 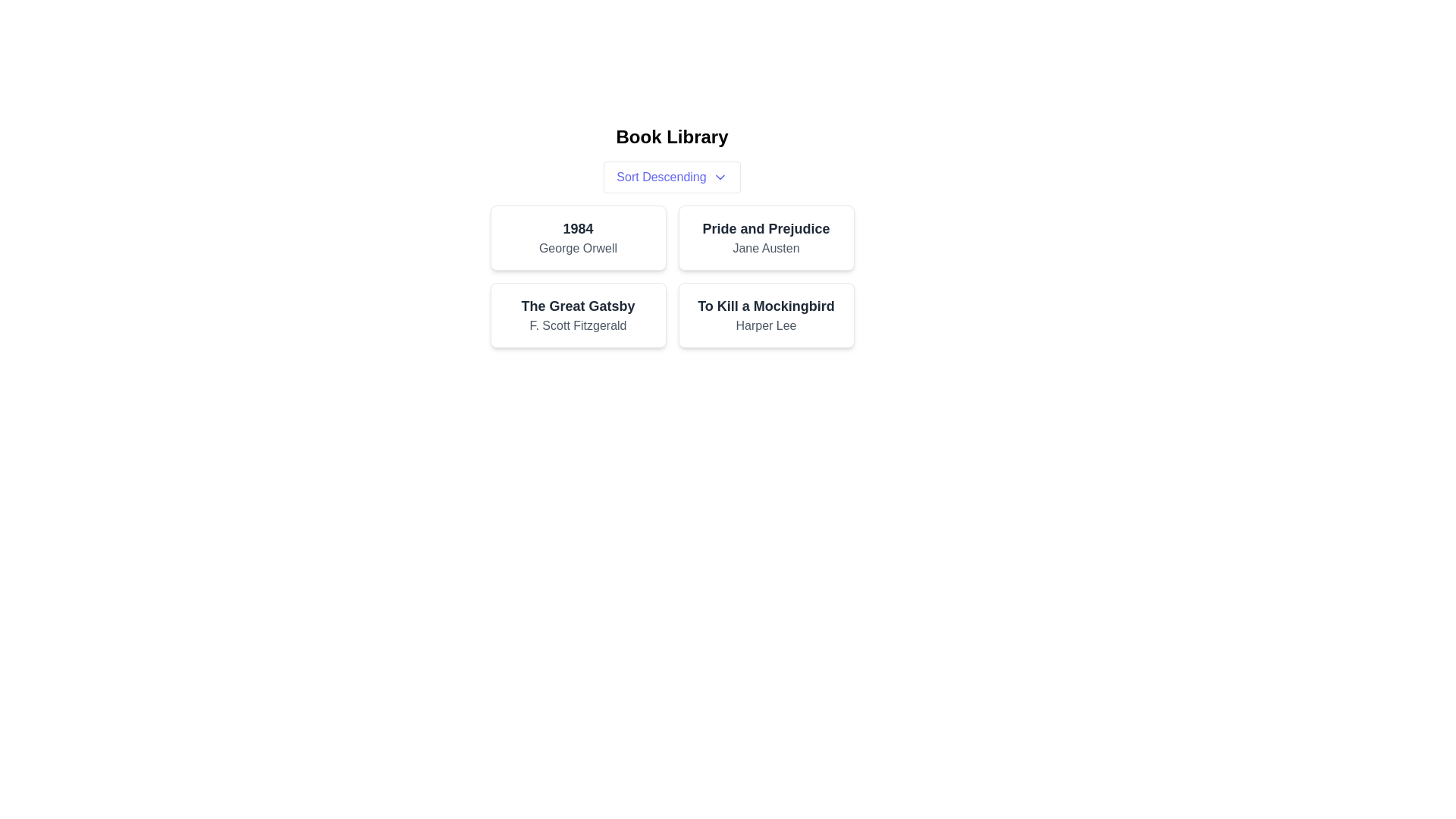 What do you see at coordinates (766, 237) in the screenshot?
I see `the display card for the book 'Pride and Prejudice', which is the second card in the first row of a grid layout` at bounding box center [766, 237].